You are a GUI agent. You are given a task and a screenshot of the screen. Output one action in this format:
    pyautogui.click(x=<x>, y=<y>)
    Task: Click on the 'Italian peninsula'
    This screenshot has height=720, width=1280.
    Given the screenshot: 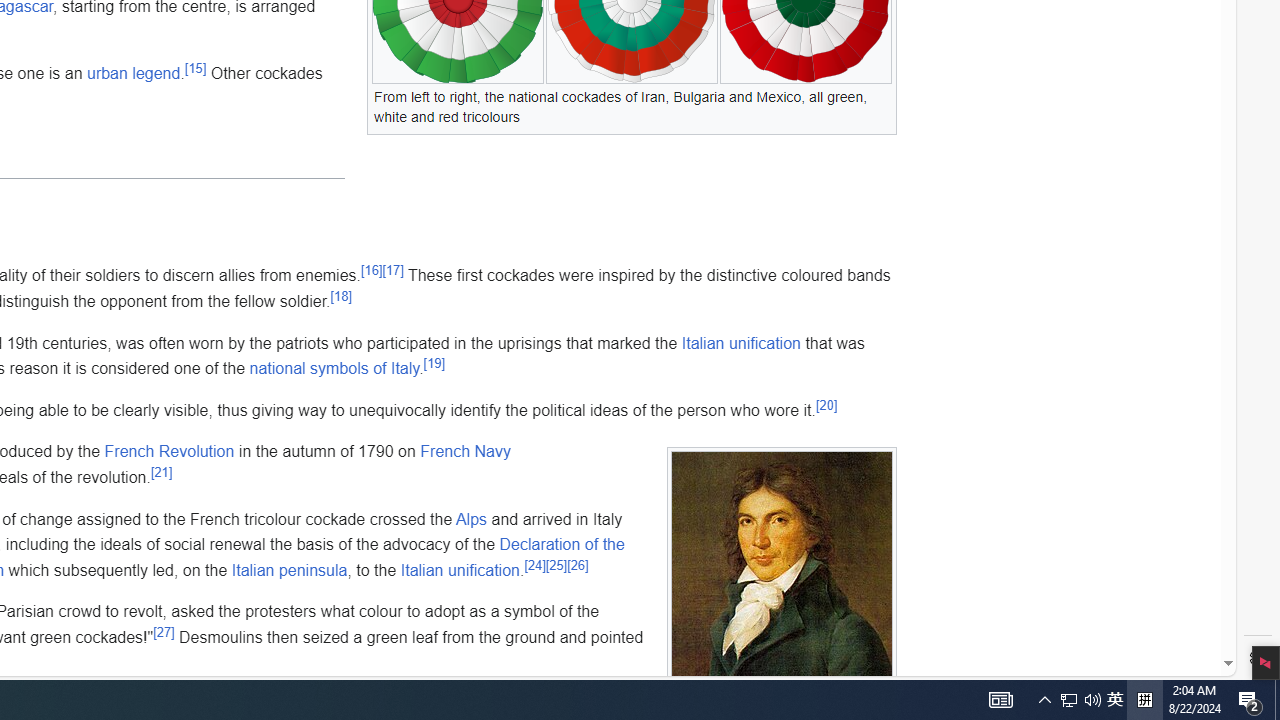 What is the action you would take?
    pyautogui.click(x=288, y=569)
    